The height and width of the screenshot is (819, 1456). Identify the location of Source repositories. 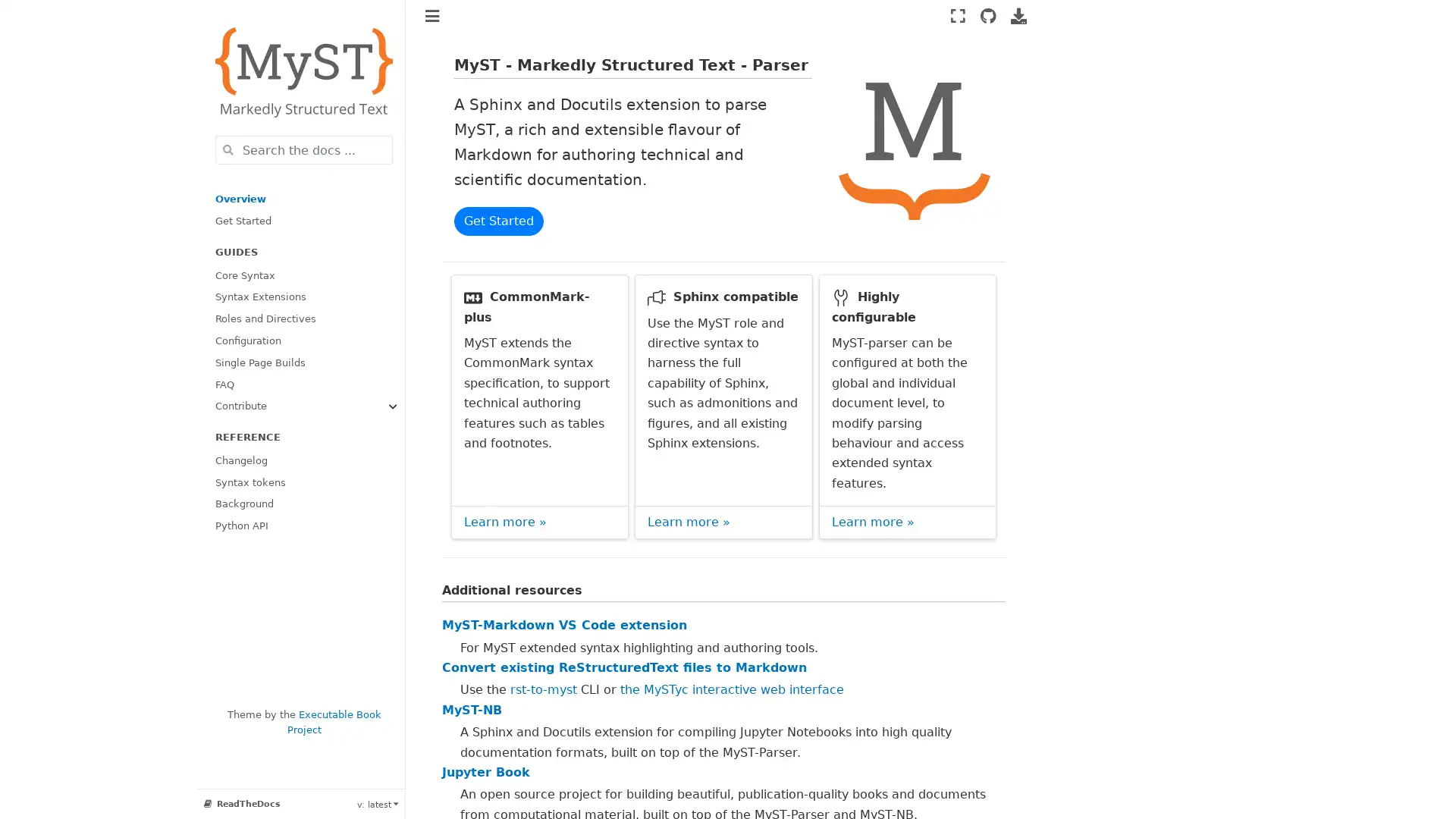
(987, 15).